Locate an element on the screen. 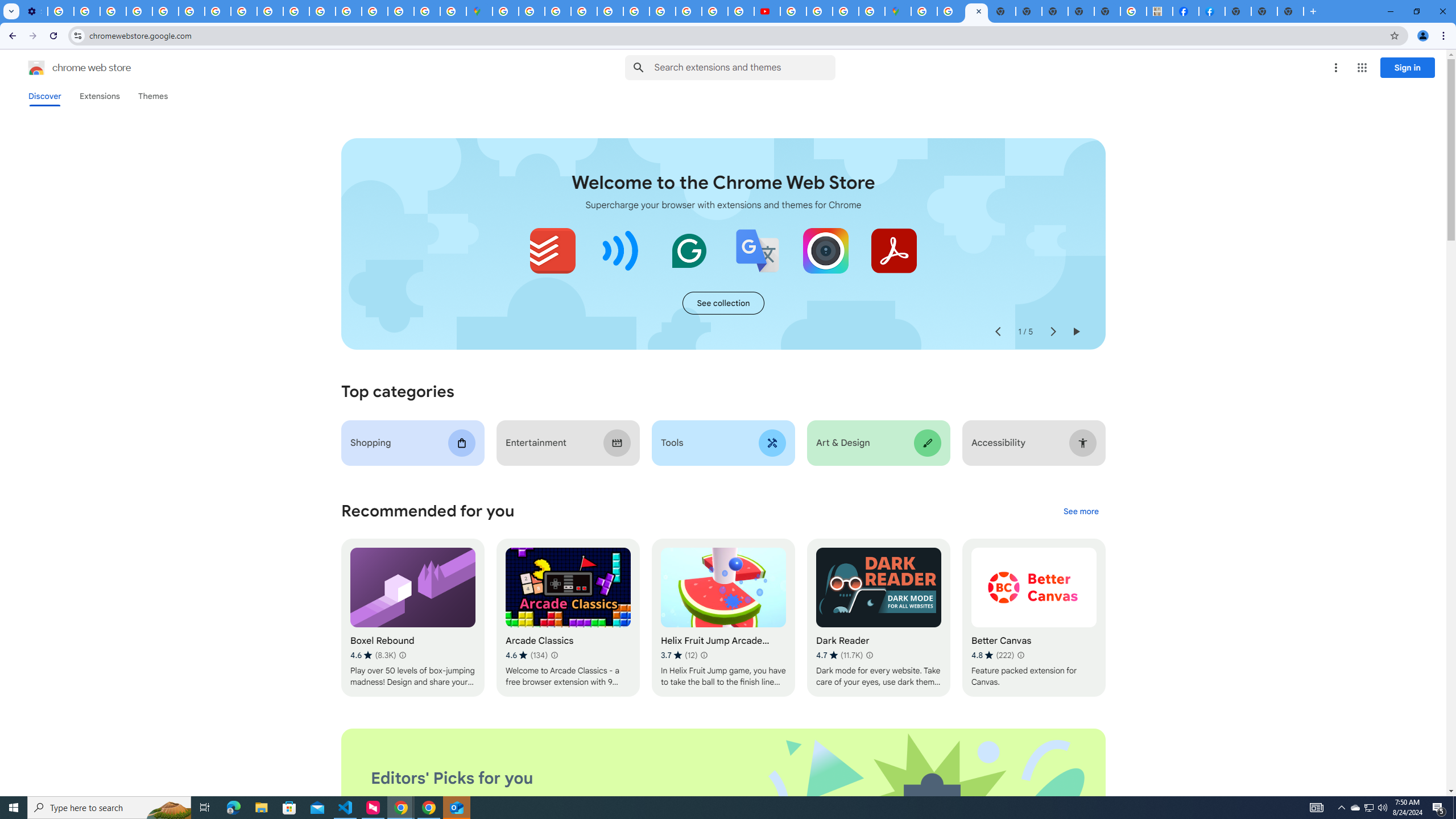 The width and height of the screenshot is (1456, 819). 'More options menu' is located at coordinates (1335, 67).